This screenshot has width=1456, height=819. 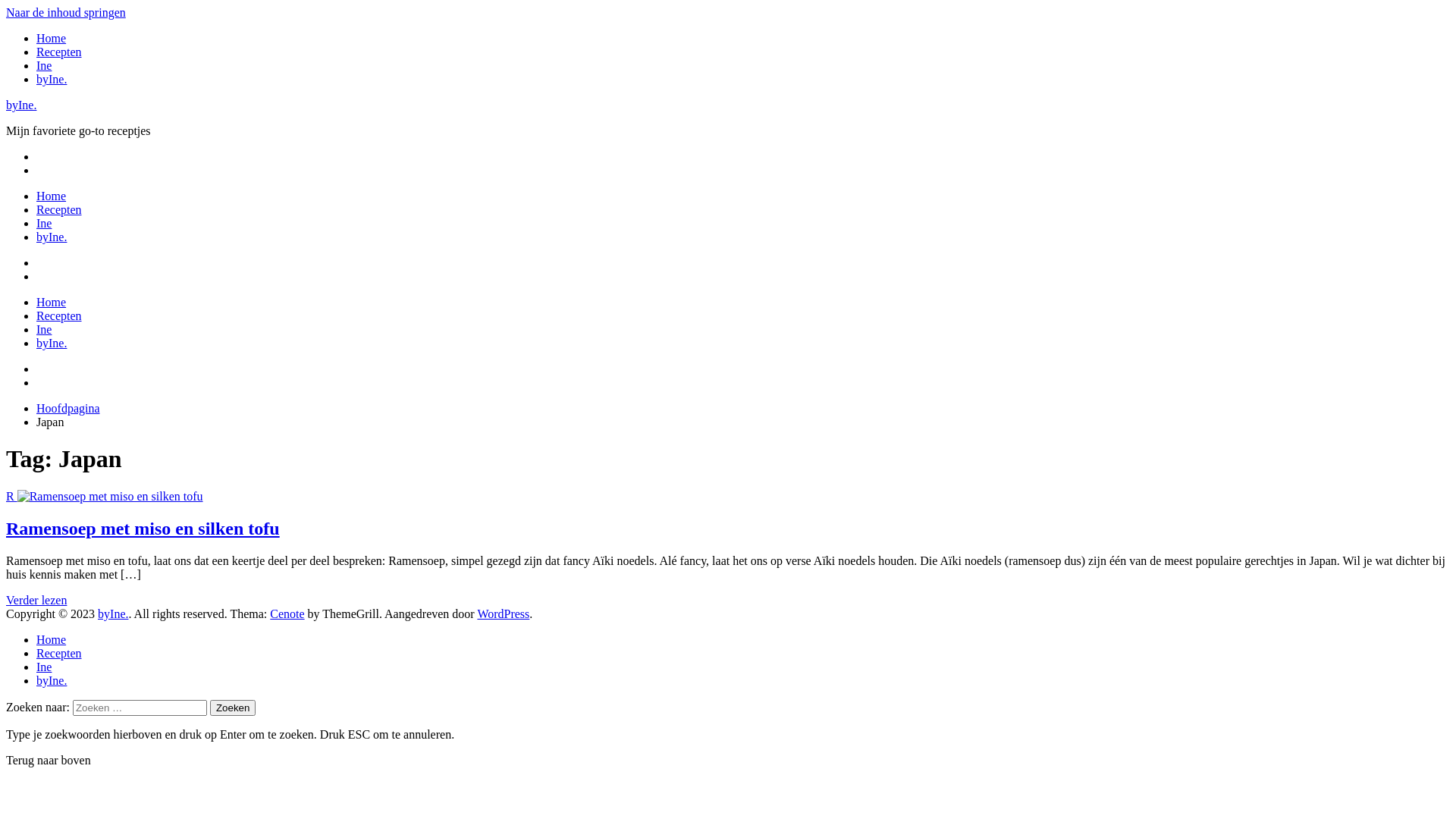 What do you see at coordinates (232, 708) in the screenshot?
I see `'Zoeken'` at bounding box center [232, 708].